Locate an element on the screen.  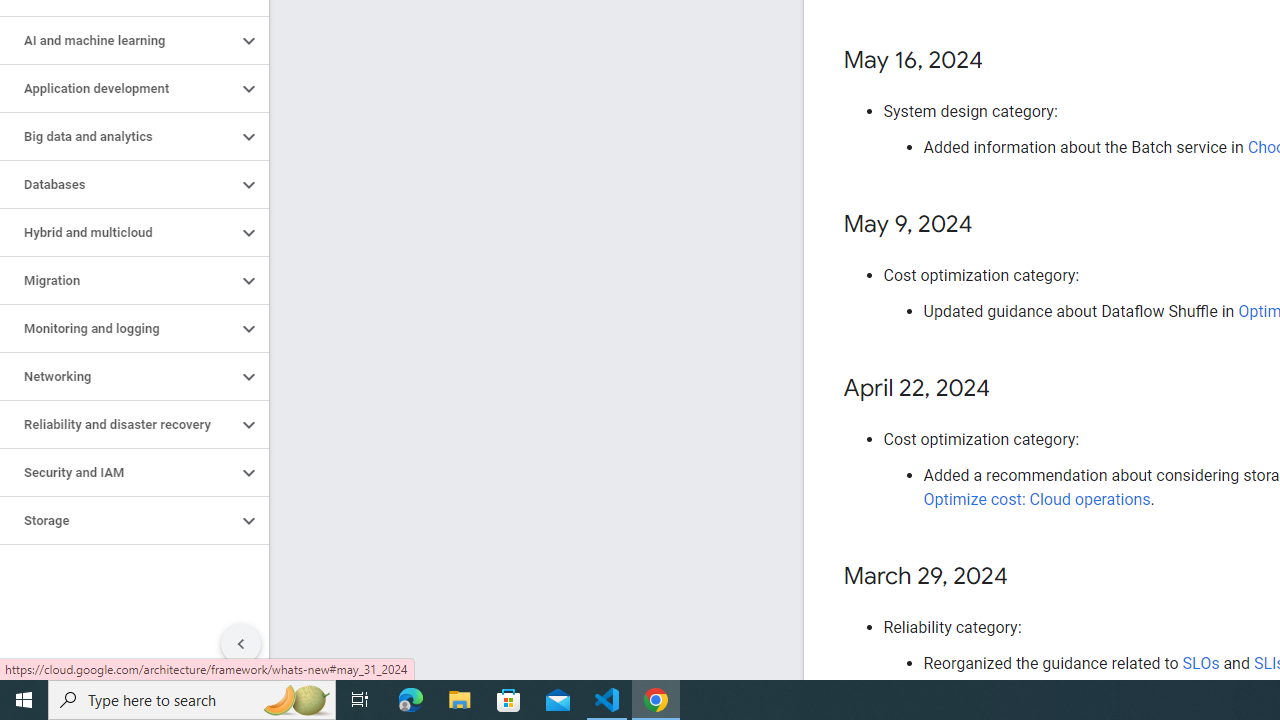
'Hide side navigation' is located at coordinates (240, 644).